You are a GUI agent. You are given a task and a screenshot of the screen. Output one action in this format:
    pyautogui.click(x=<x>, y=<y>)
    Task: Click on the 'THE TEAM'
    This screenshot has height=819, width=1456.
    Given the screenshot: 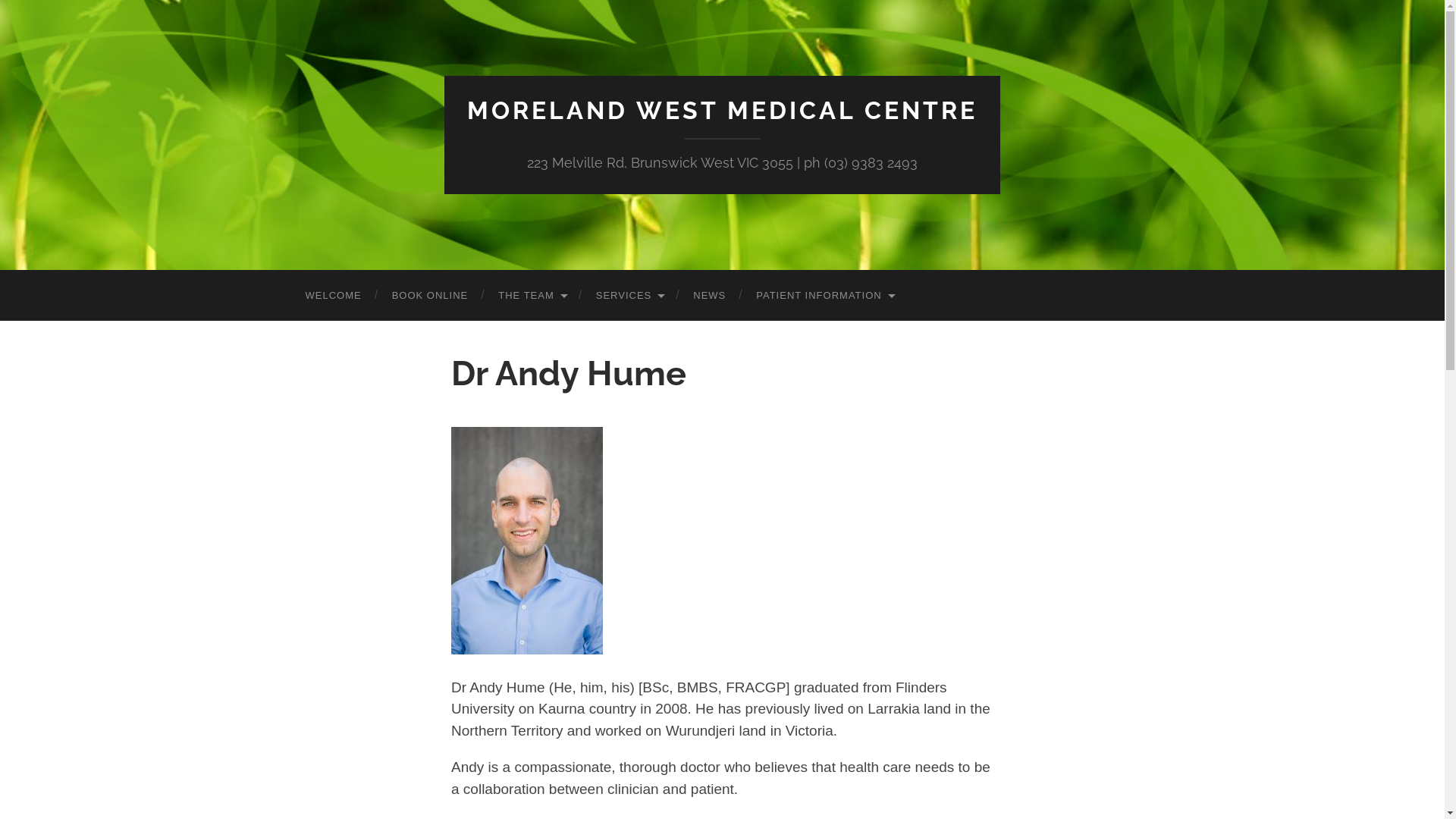 What is the action you would take?
    pyautogui.click(x=532, y=295)
    